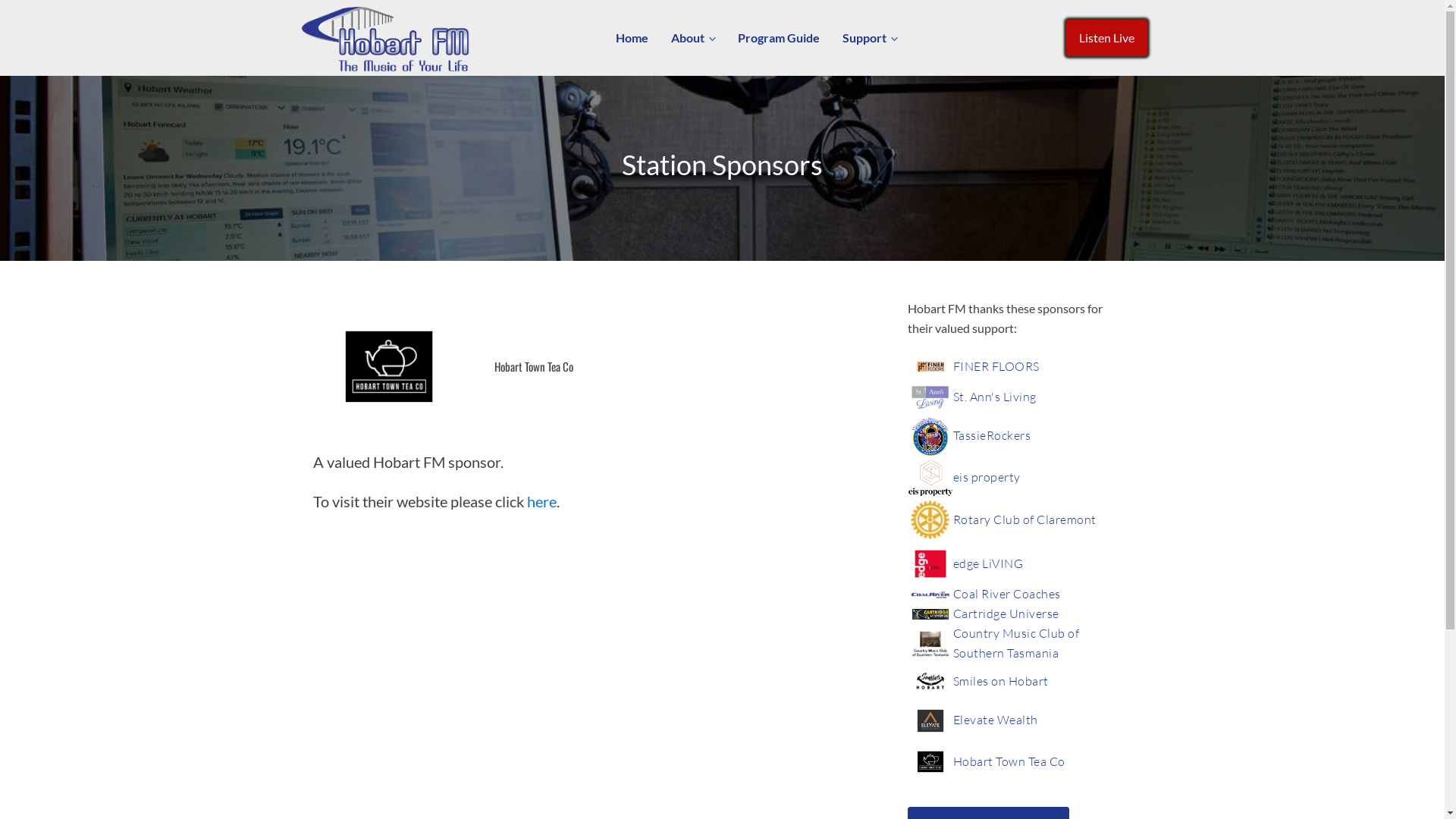 Image resolution: width=1456 pixels, height=819 pixels. Describe the element at coordinates (952, 564) in the screenshot. I see `'edge LiVING'` at that location.